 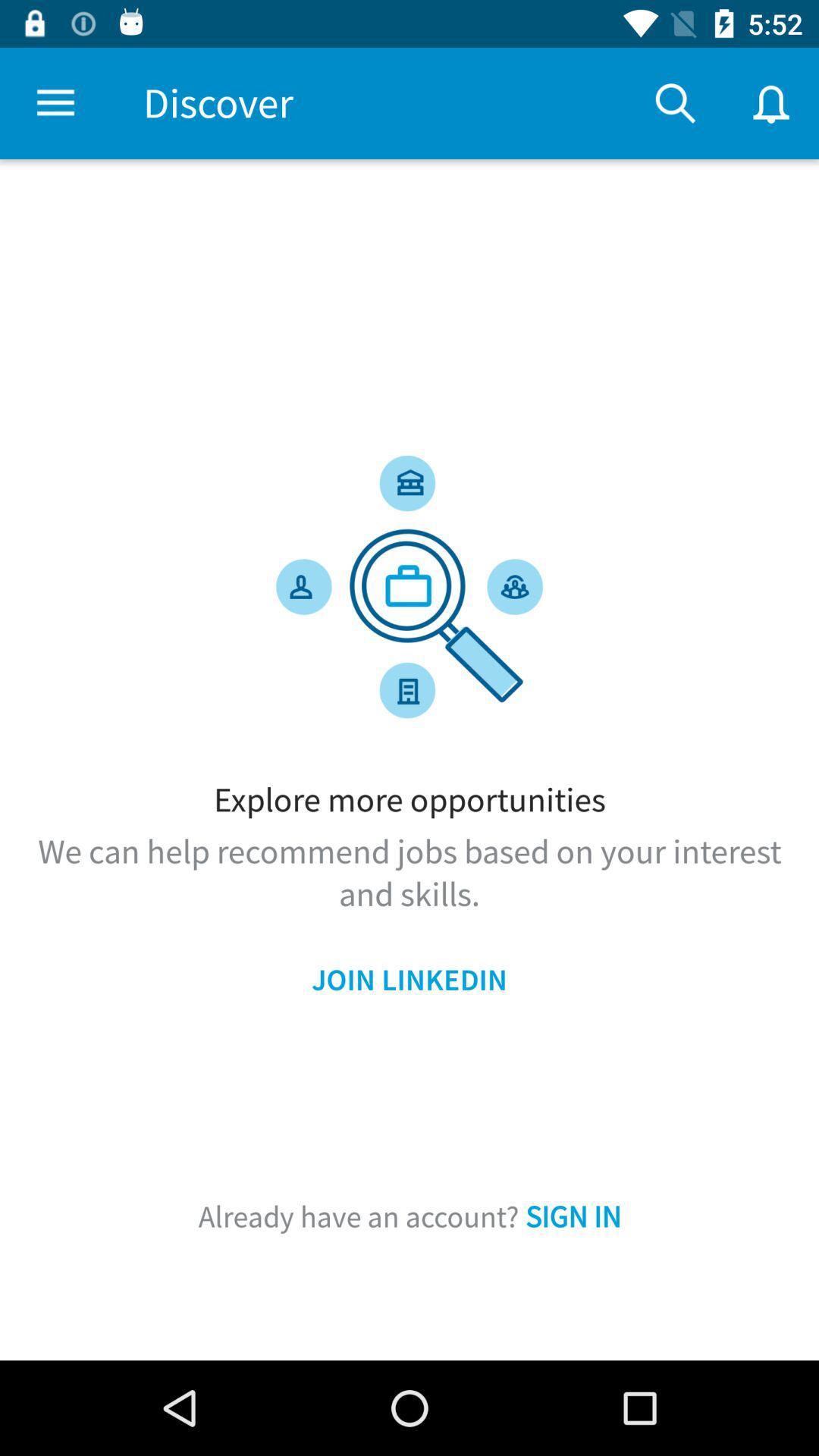 What do you see at coordinates (675, 102) in the screenshot?
I see `icon to the right of the discover icon` at bounding box center [675, 102].